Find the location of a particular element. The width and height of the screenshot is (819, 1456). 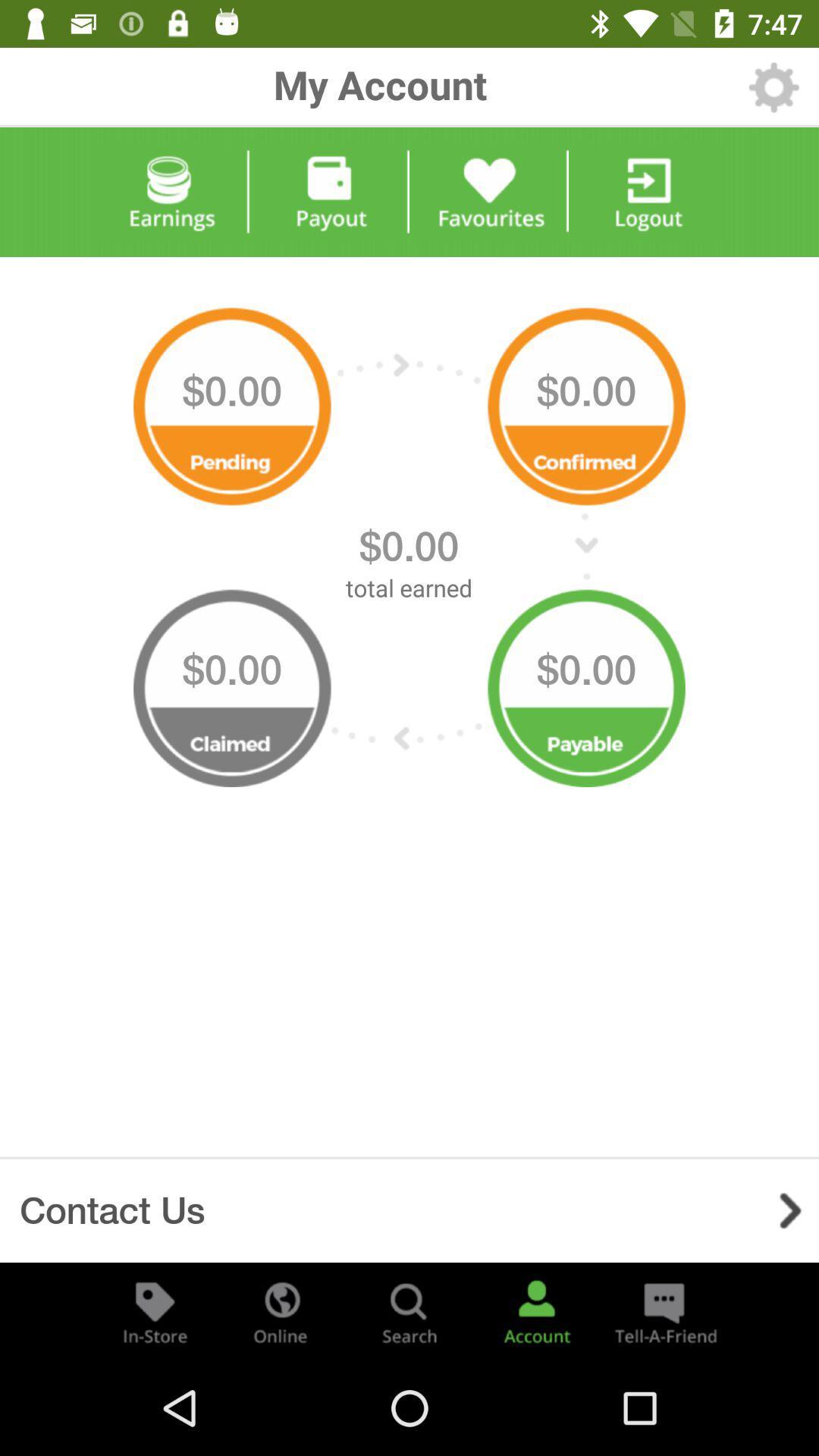

account option is located at coordinates (536, 1310).